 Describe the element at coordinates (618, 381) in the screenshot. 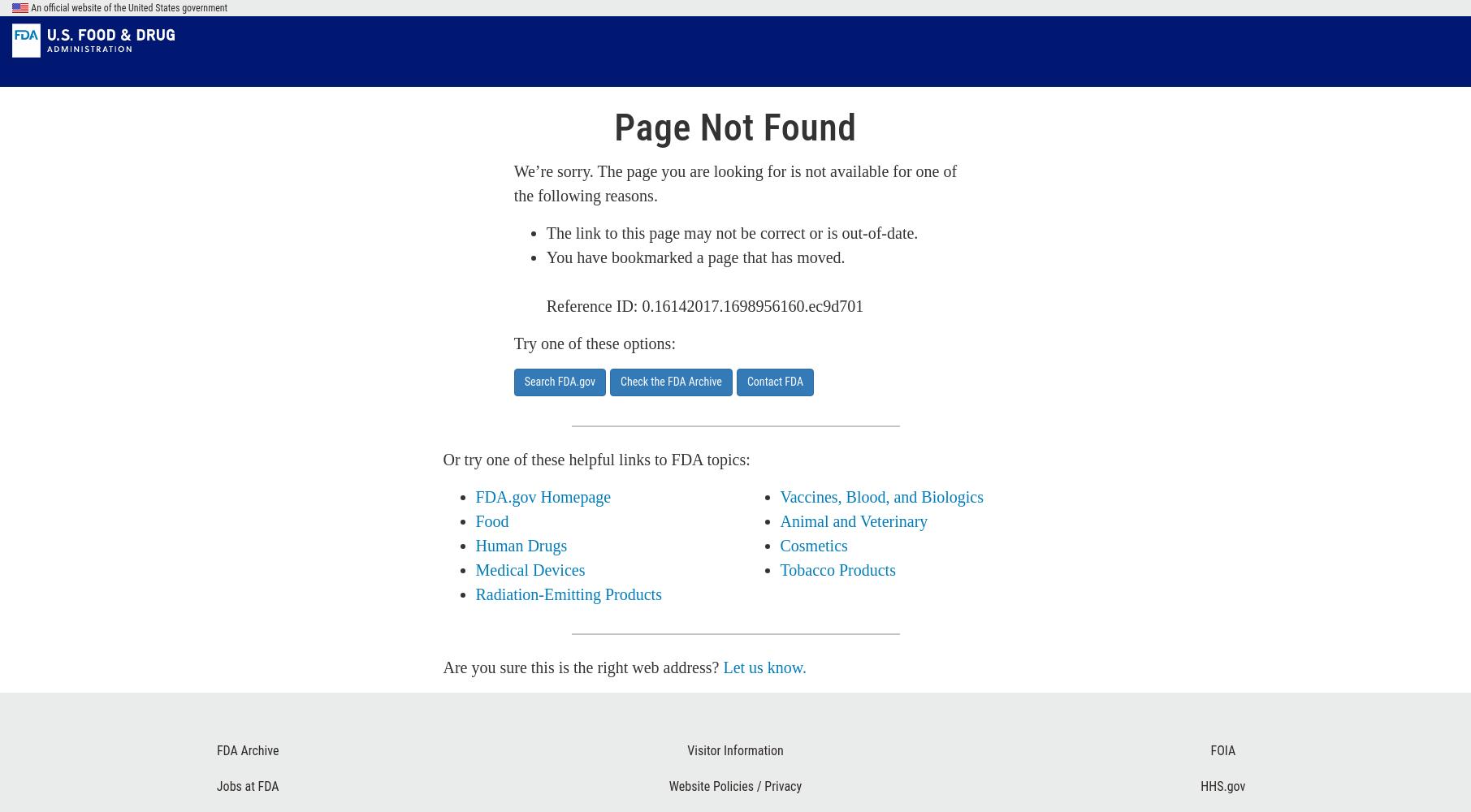

I see `'Check the FDA Archive'` at that location.